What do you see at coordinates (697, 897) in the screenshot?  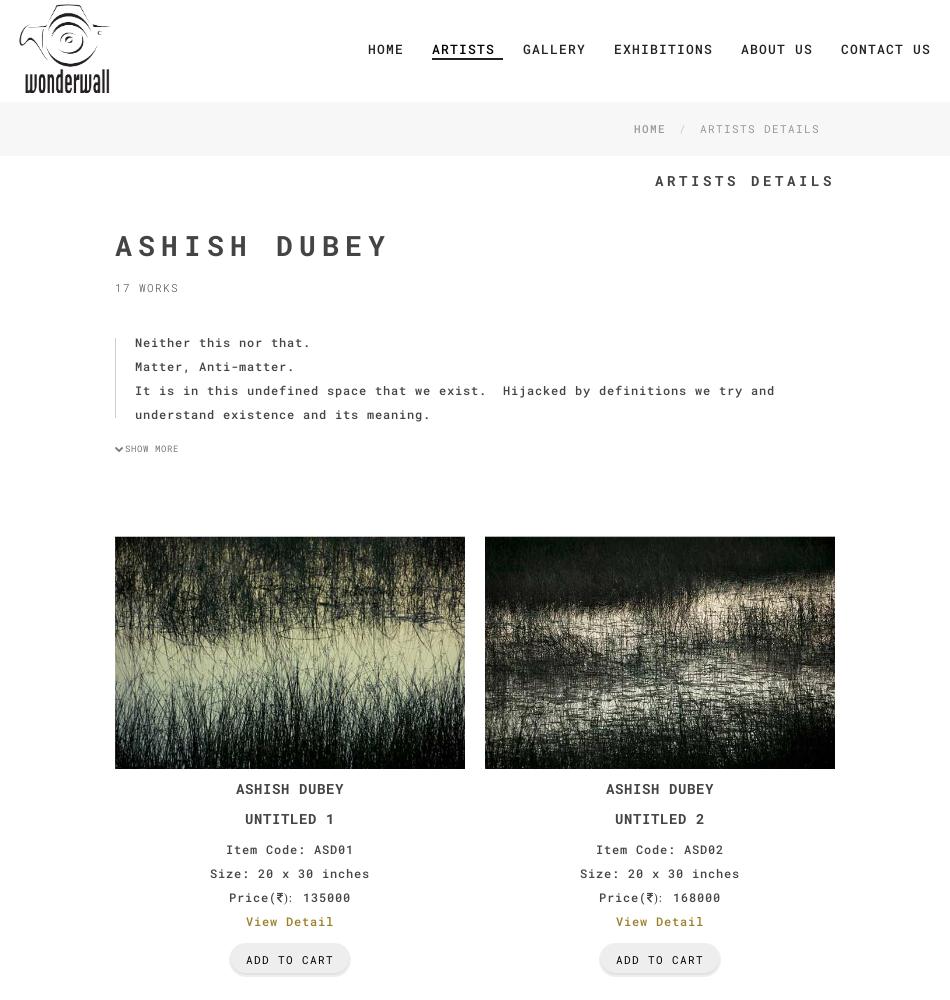 I see `'168000'` at bounding box center [697, 897].